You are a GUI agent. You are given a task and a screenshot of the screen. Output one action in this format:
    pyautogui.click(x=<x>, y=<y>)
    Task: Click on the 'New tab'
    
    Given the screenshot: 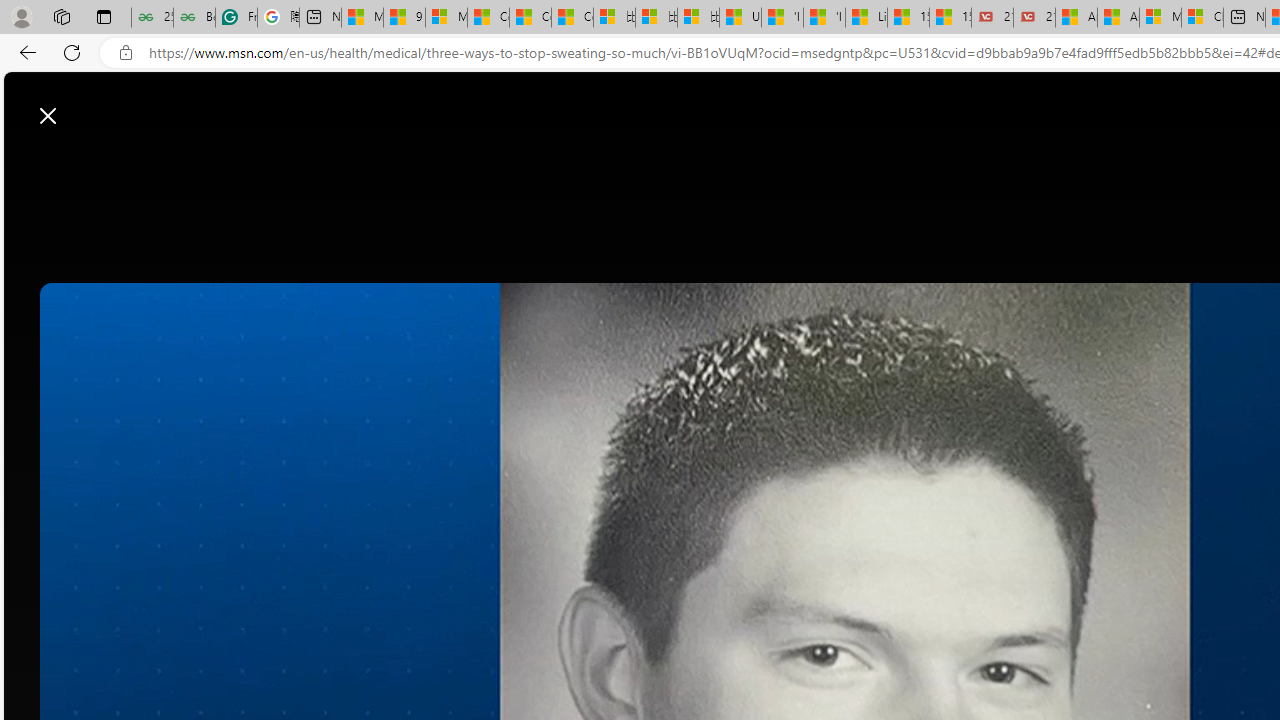 What is the action you would take?
    pyautogui.click(x=1243, y=17)
    